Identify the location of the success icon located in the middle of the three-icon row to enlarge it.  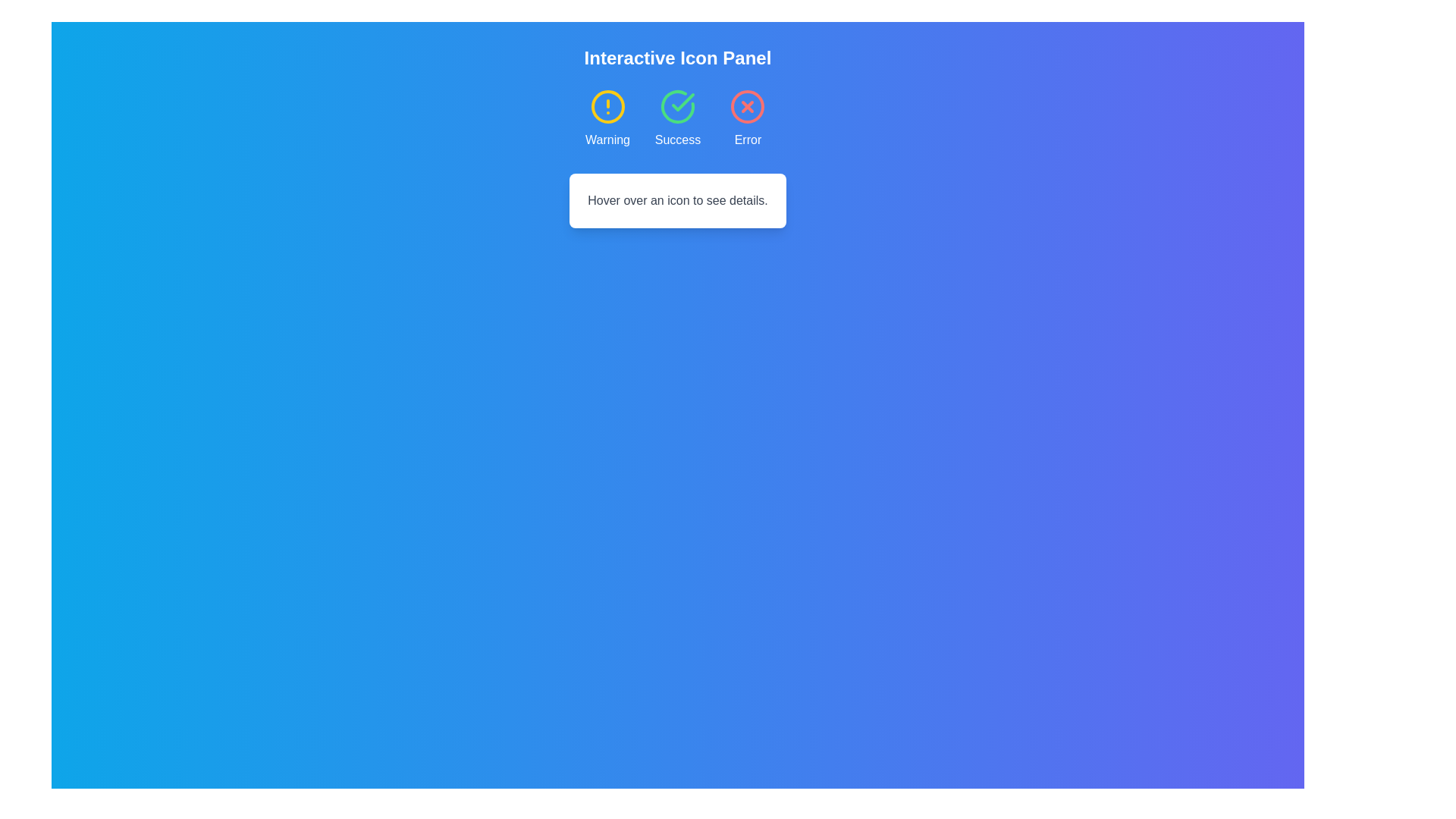
(676, 106).